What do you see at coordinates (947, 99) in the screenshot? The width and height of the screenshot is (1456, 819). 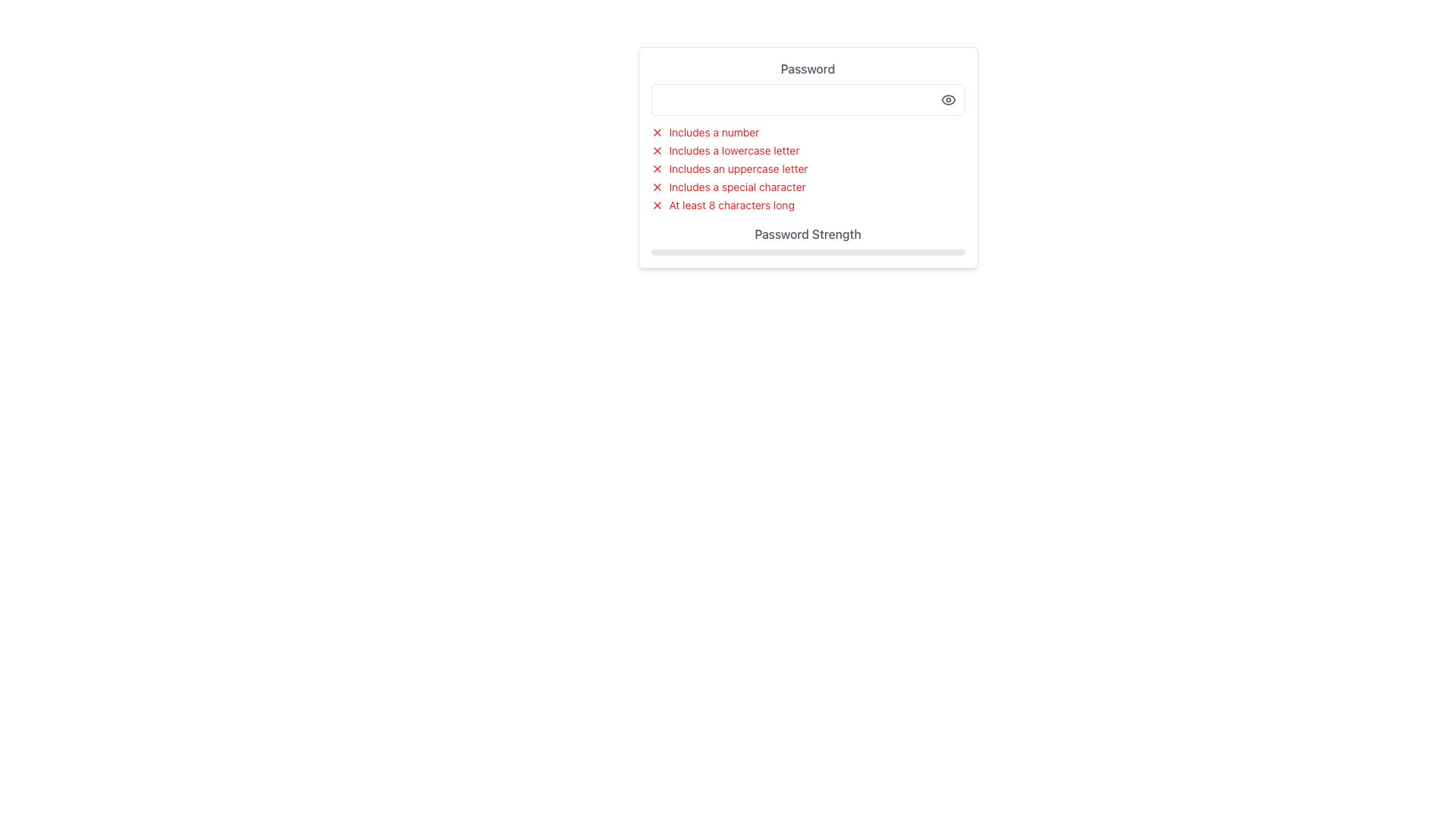 I see `the outer contour of the eye icon, which is part of the password input field, used for toggling visibility` at bounding box center [947, 99].